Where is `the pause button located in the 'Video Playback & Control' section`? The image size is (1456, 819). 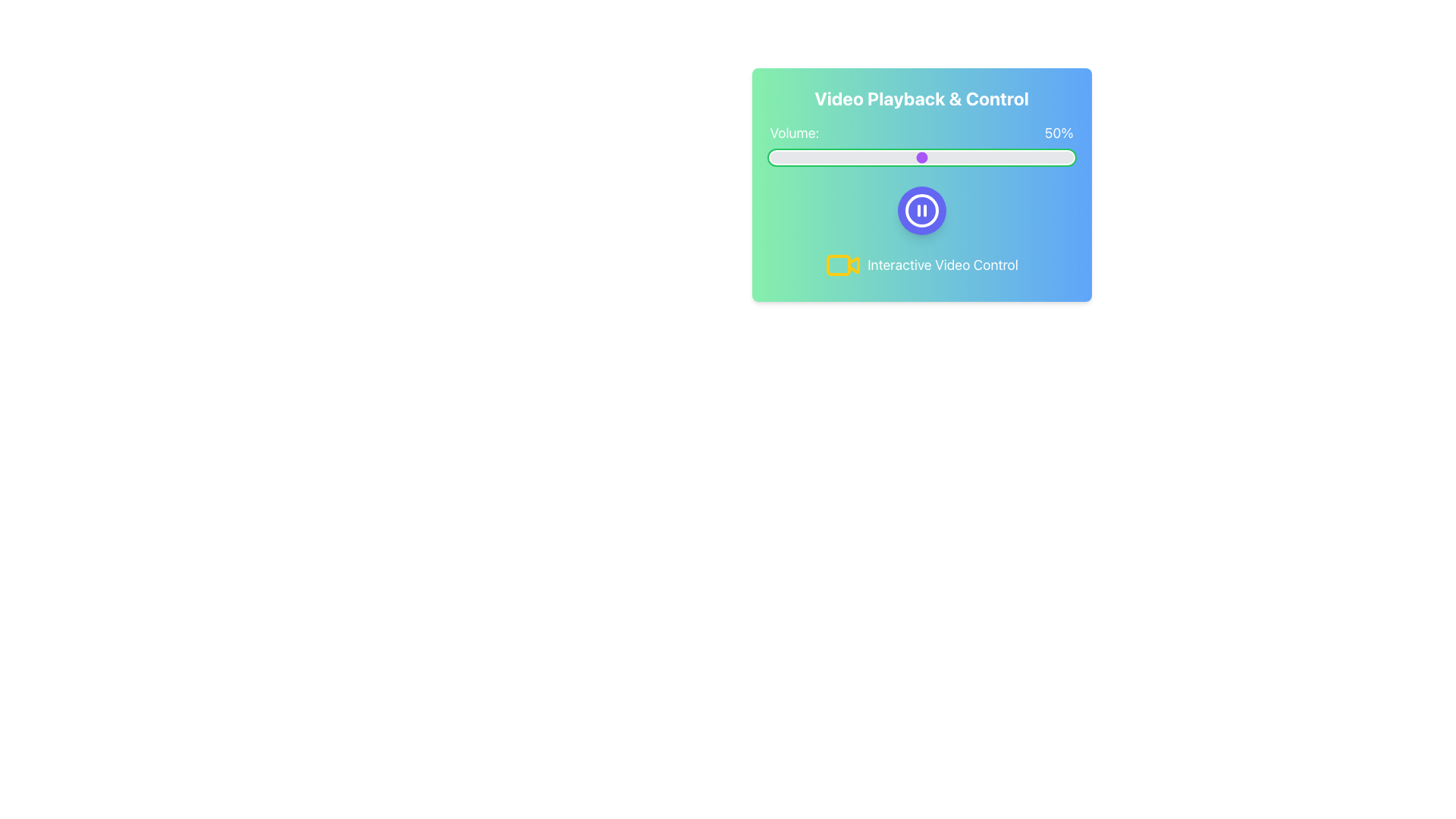 the pause button located in the 'Video Playback & Control' section is located at coordinates (921, 210).